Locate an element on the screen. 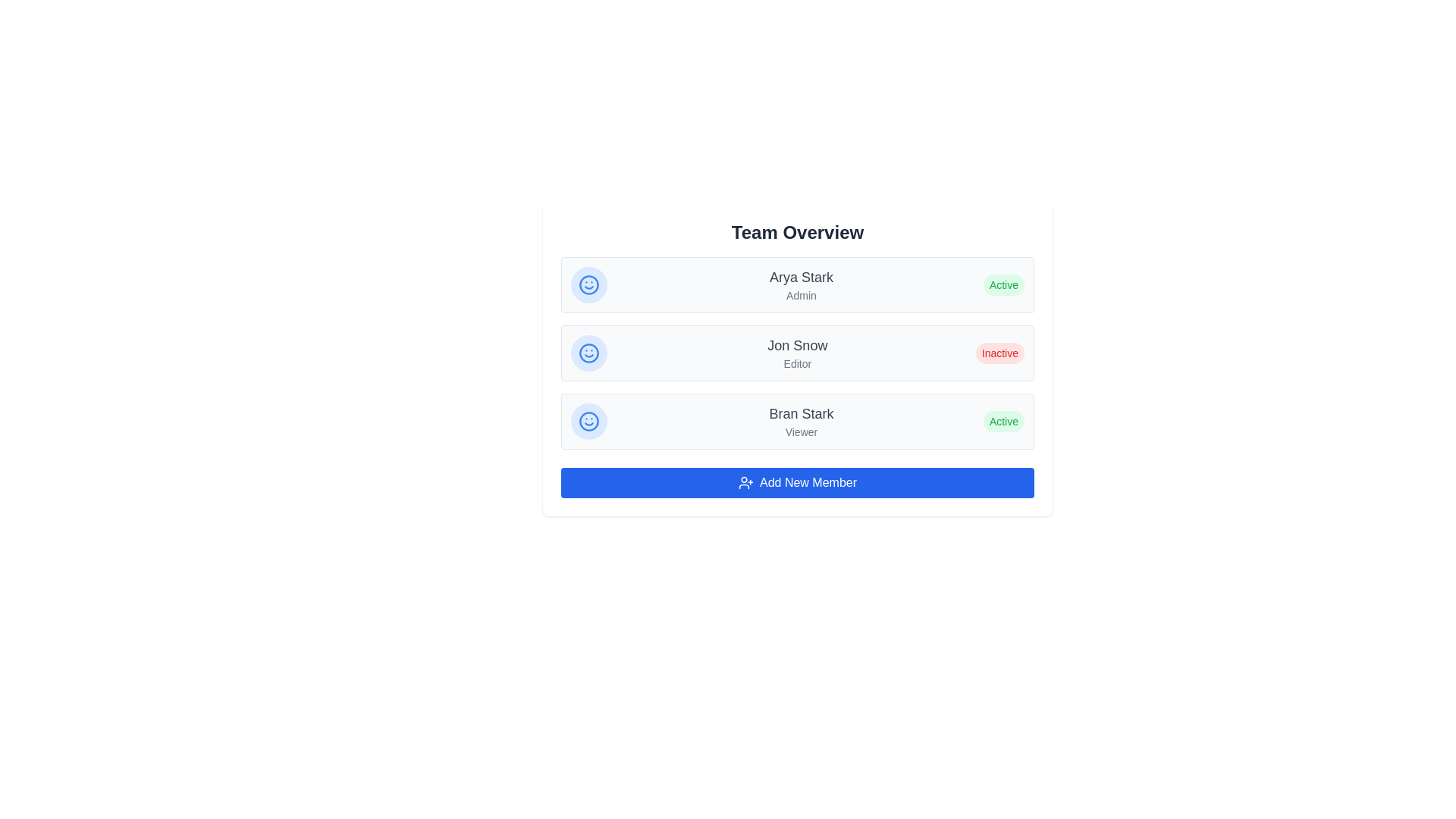 The height and width of the screenshot is (819, 1456). the Avatar icon, which is a circular icon with a light blue background and a smiling face, located within the 'Team Overview' section next to 'Bran Stark' and 'Viewer' is located at coordinates (588, 421).